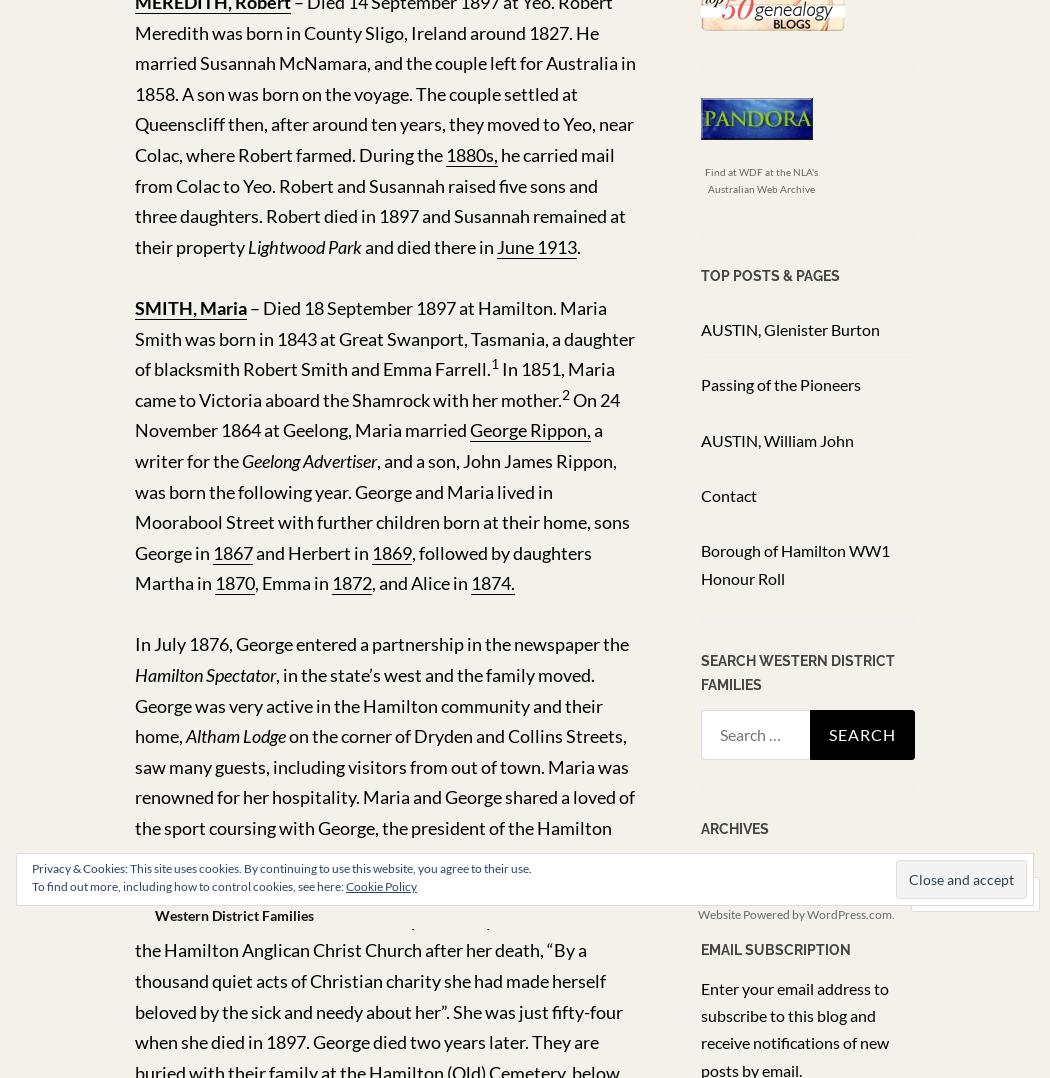 The height and width of the screenshot is (1078, 1050). I want to click on 'and Herbert in', so click(312, 551).